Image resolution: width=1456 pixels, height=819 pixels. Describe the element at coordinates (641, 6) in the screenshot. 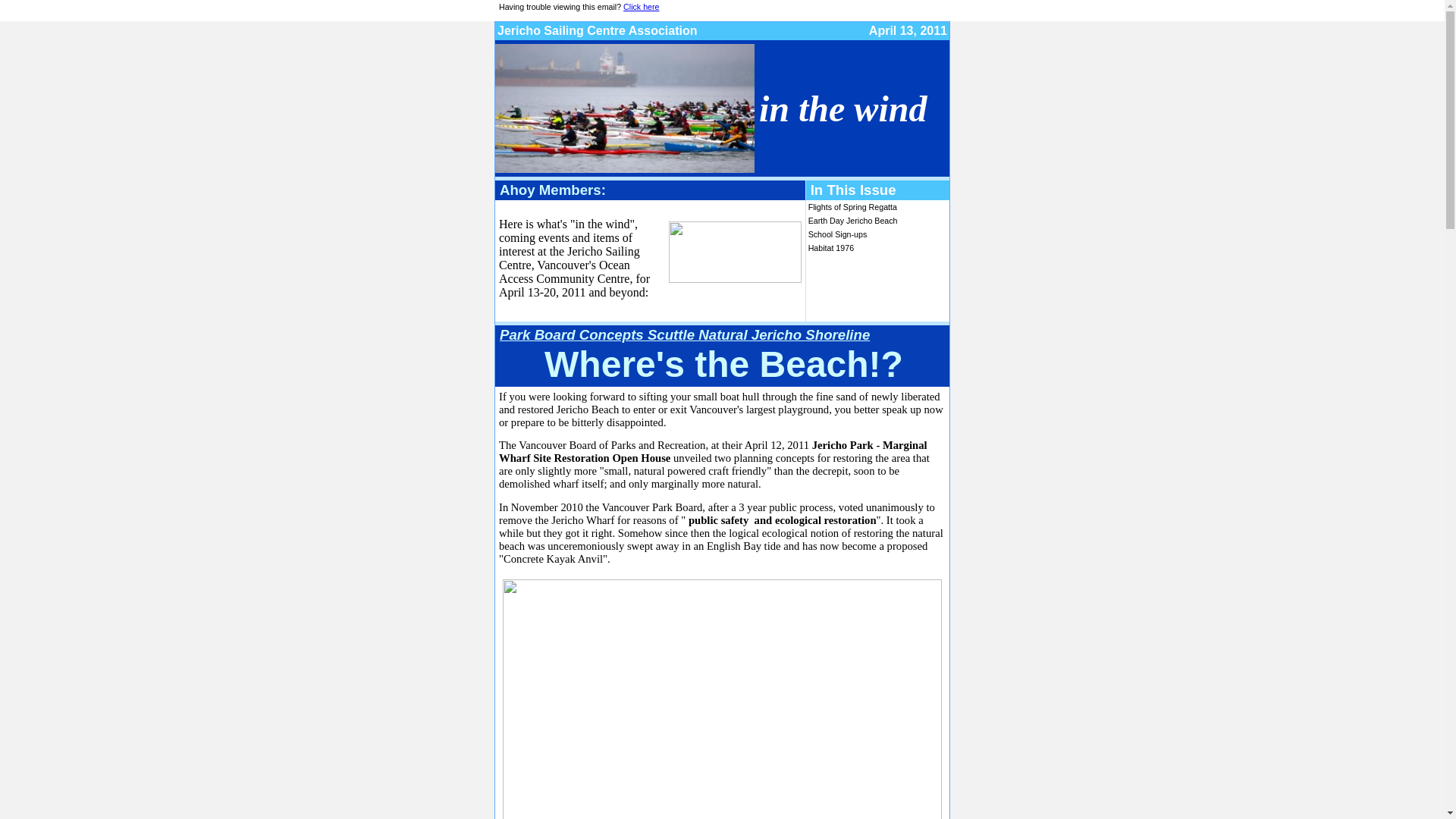

I see `'Click here'` at that location.